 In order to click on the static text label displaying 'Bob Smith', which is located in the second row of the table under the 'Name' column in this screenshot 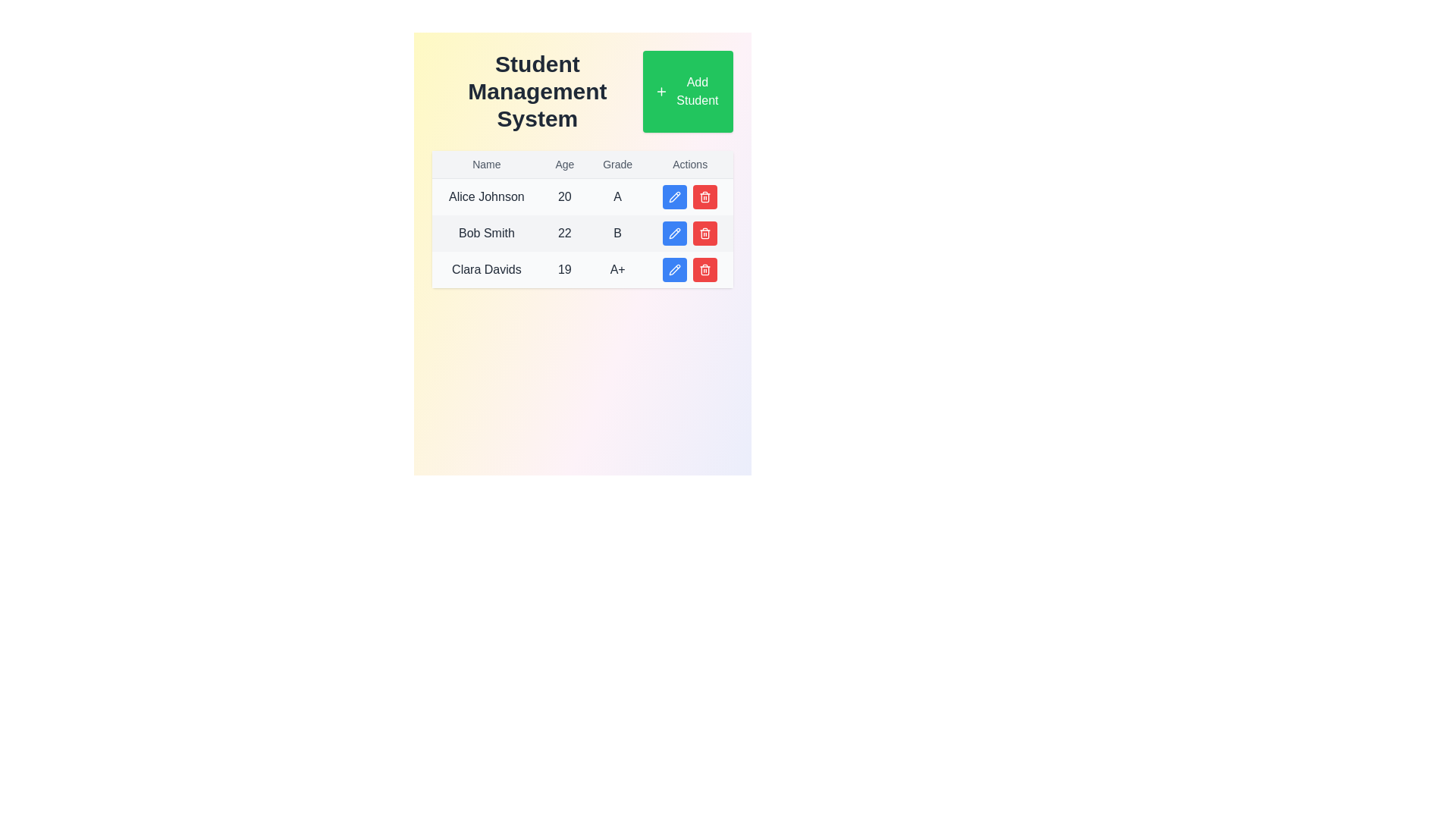, I will do `click(486, 234)`.